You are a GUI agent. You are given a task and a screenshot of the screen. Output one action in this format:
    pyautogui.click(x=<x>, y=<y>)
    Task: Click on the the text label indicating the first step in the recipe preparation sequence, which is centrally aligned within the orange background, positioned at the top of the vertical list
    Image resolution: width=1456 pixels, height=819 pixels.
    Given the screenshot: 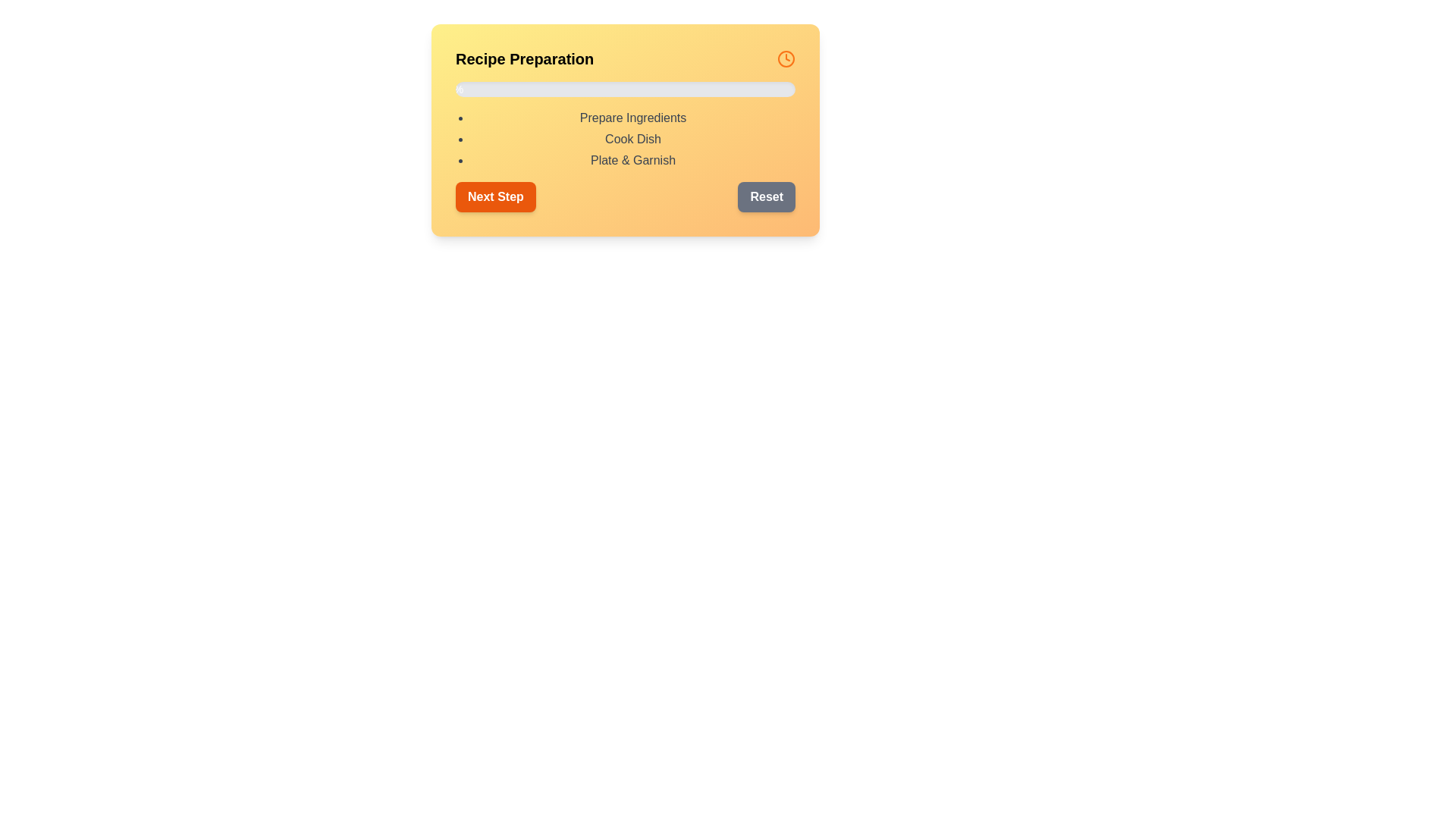 What is the action you would take?
    pyautogui.click(x=633, y=117)
    